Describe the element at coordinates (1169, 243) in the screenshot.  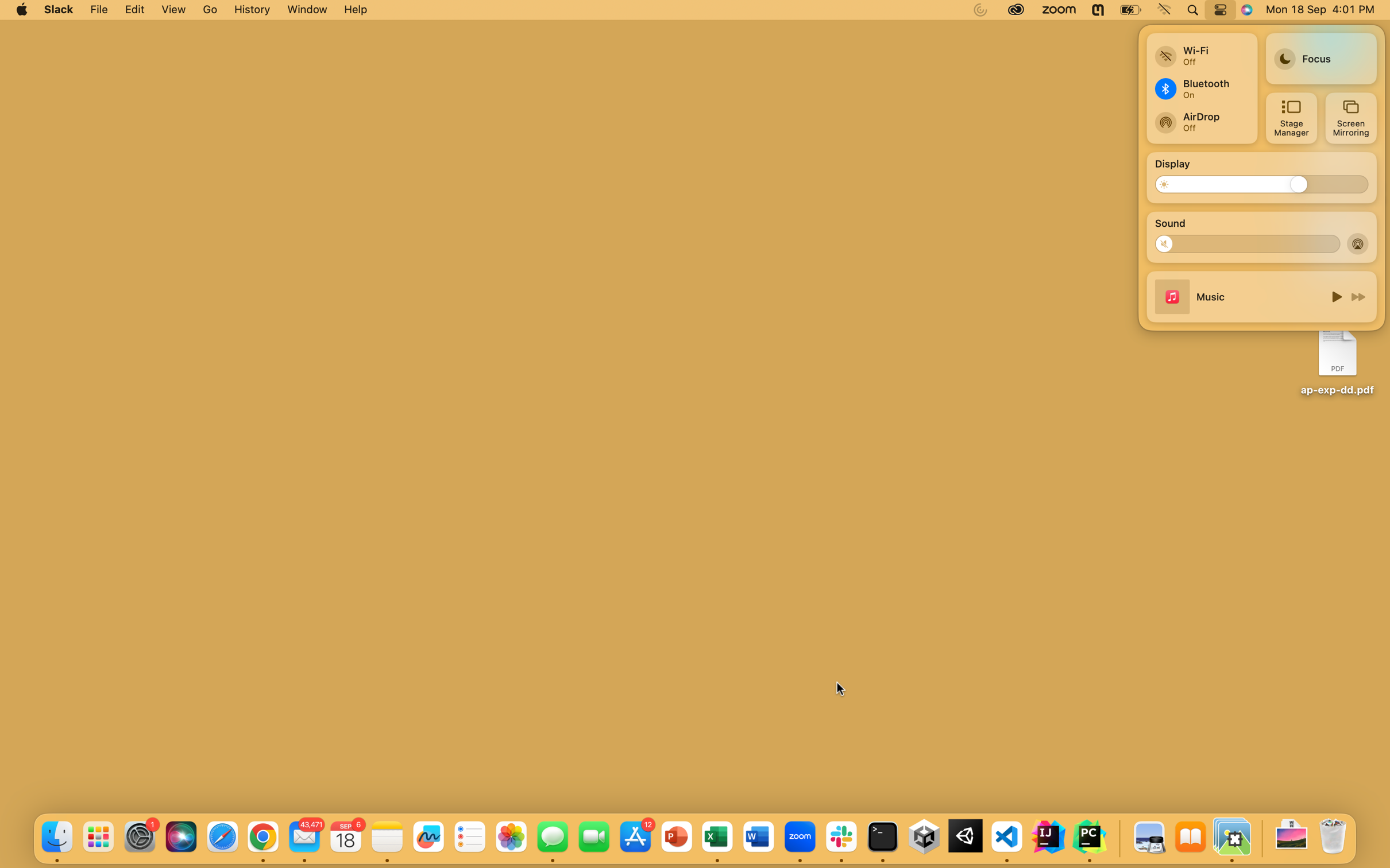
I see `Lower the system volume to zero` at that location.